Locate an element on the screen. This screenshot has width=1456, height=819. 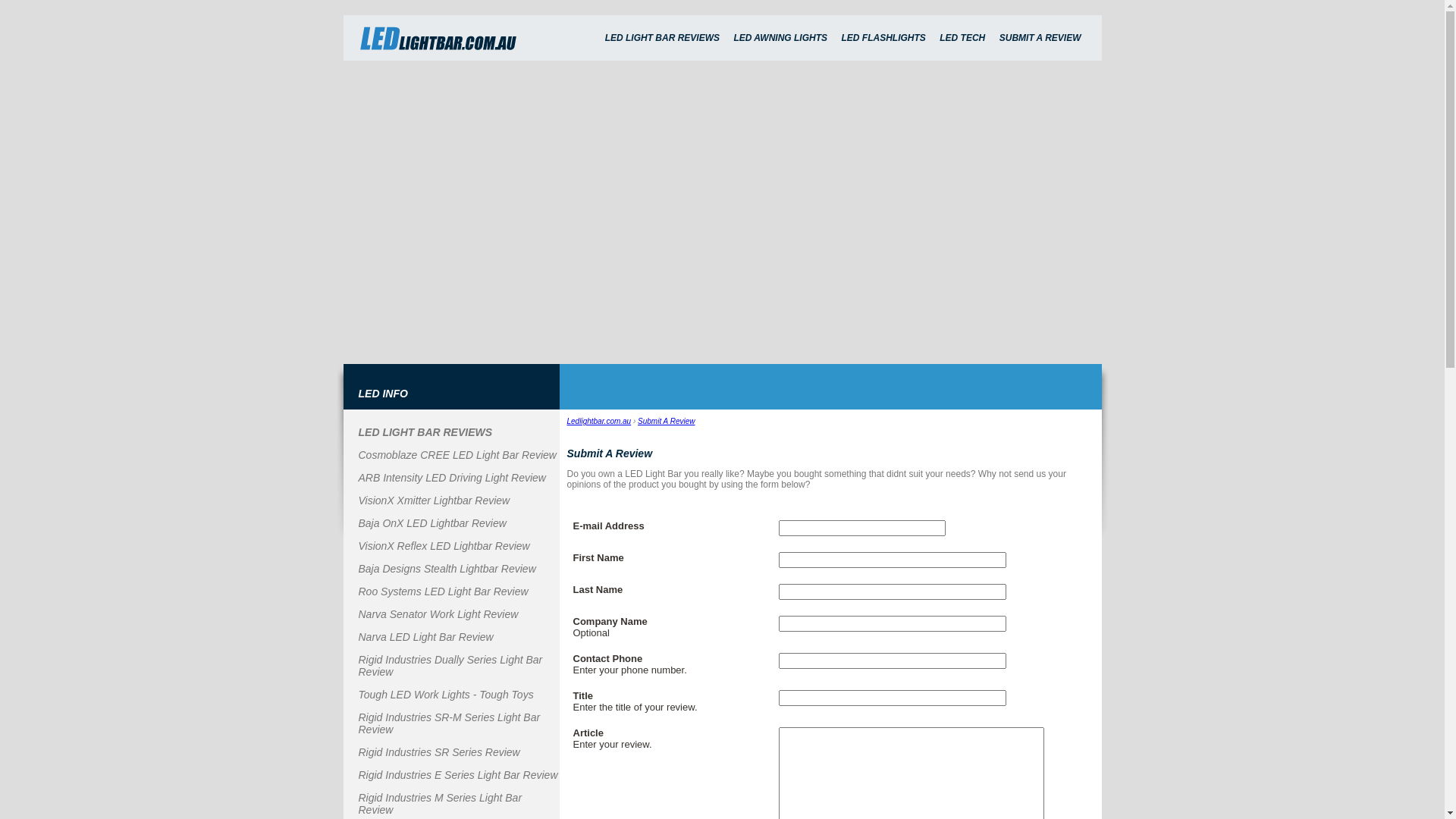
'LED FLASHLIGHTS' is located at coordinates (835, 37).